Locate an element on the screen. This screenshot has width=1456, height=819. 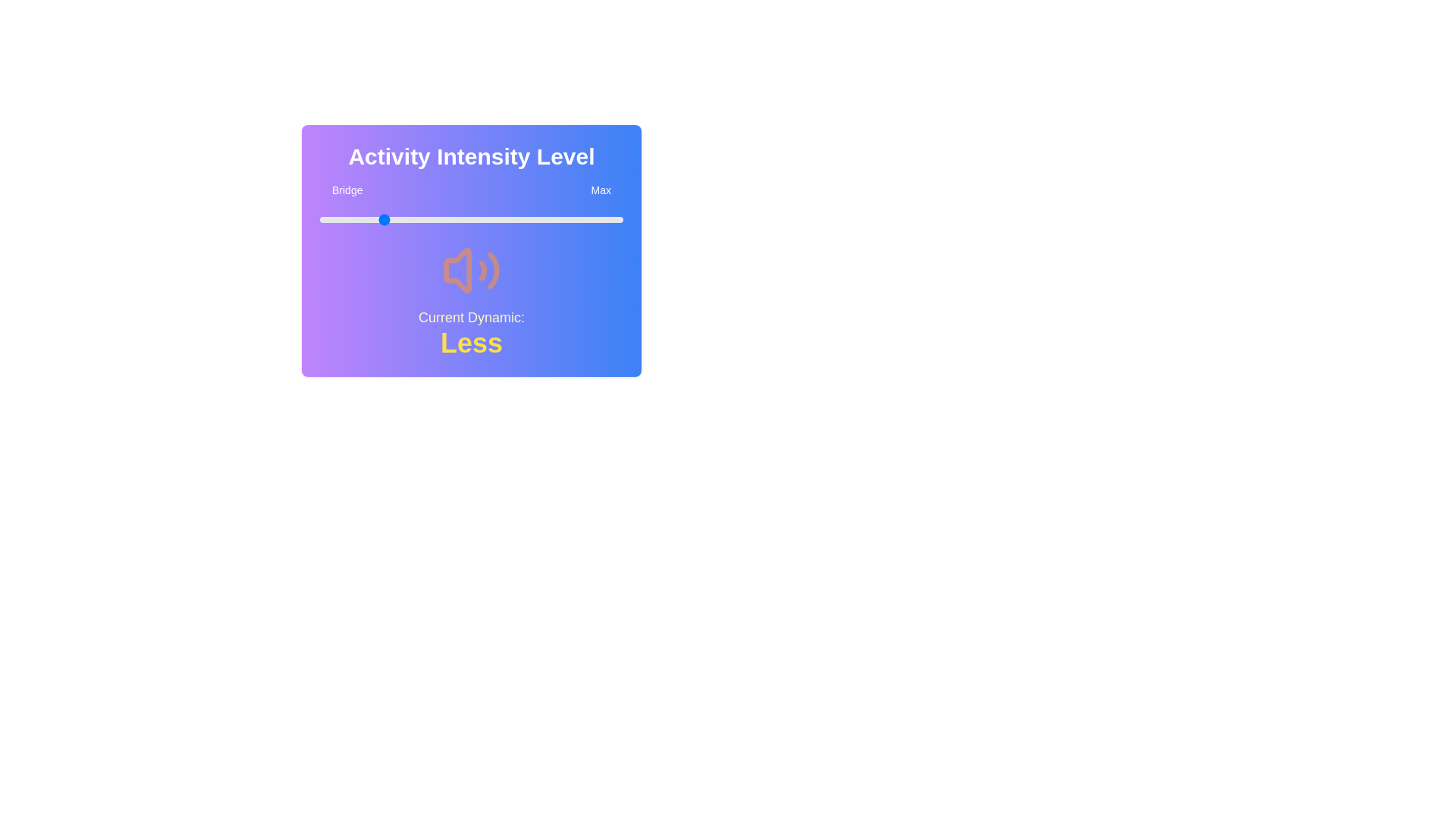
the slider to set the intensity level to 98% is located at coordinates (617, 219).